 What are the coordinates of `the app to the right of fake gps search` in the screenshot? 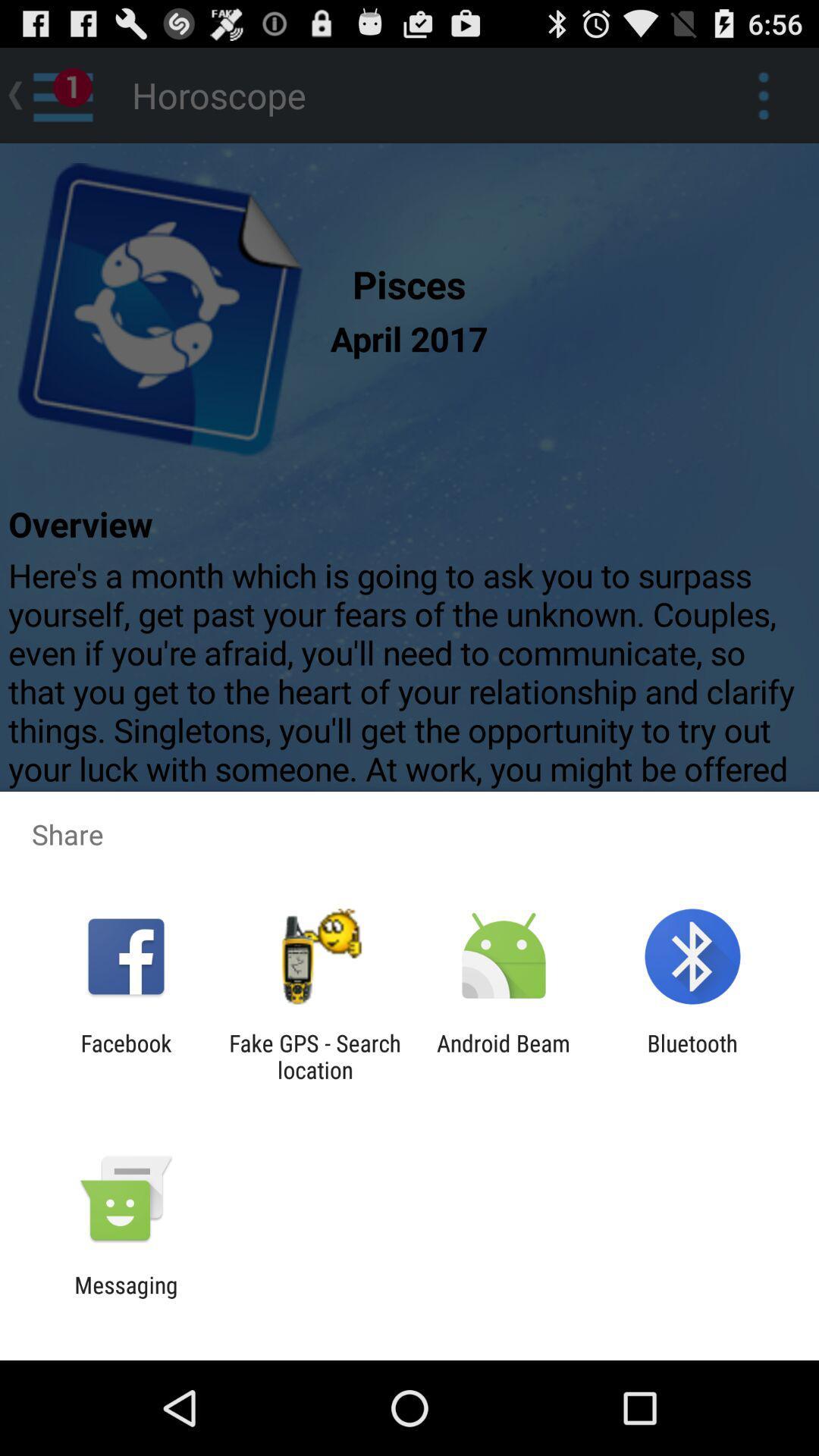 It's located at (504, 1056).